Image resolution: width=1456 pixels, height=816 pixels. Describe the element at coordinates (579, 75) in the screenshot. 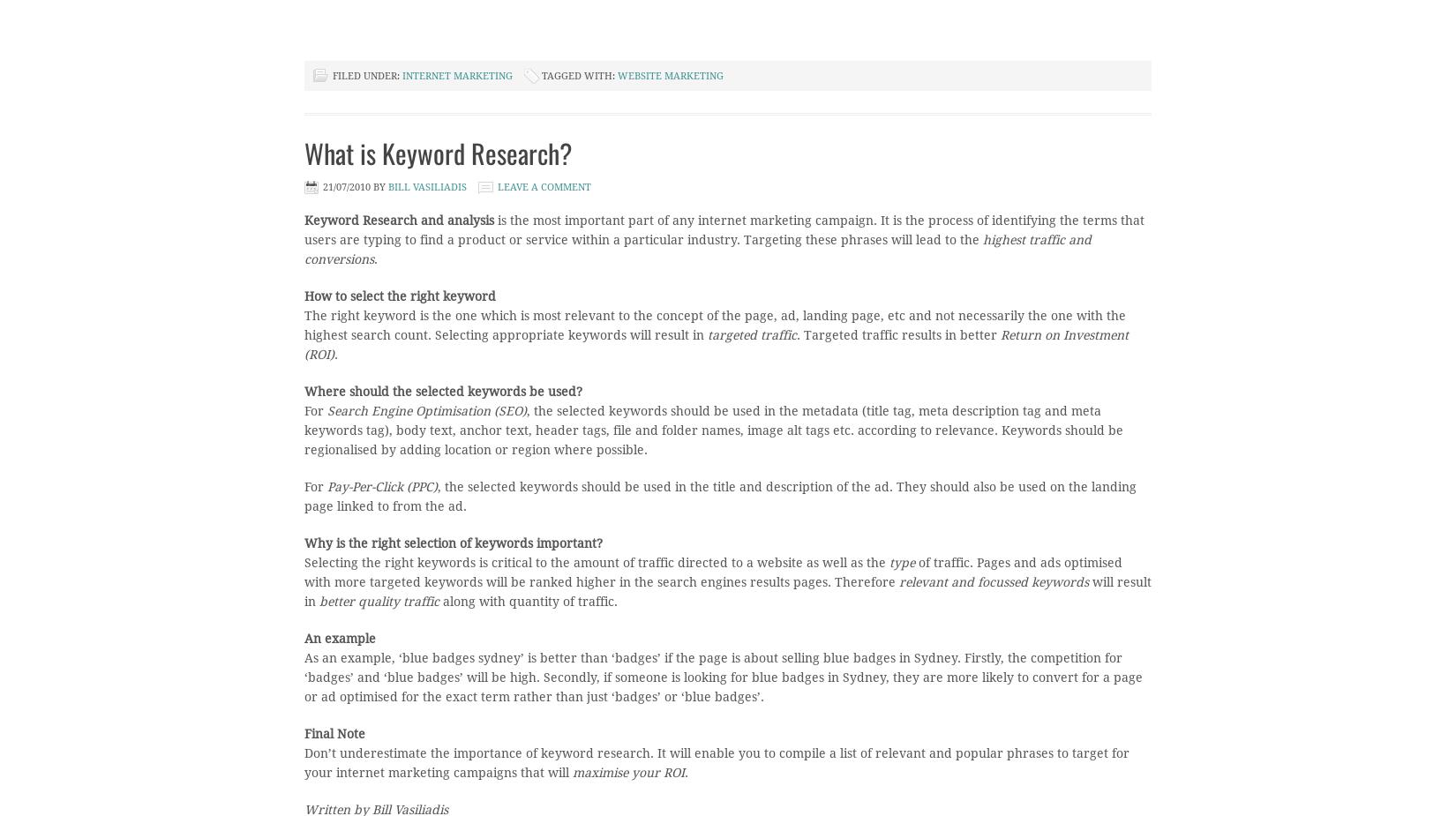

I see `'Tagged With:'` at that location.